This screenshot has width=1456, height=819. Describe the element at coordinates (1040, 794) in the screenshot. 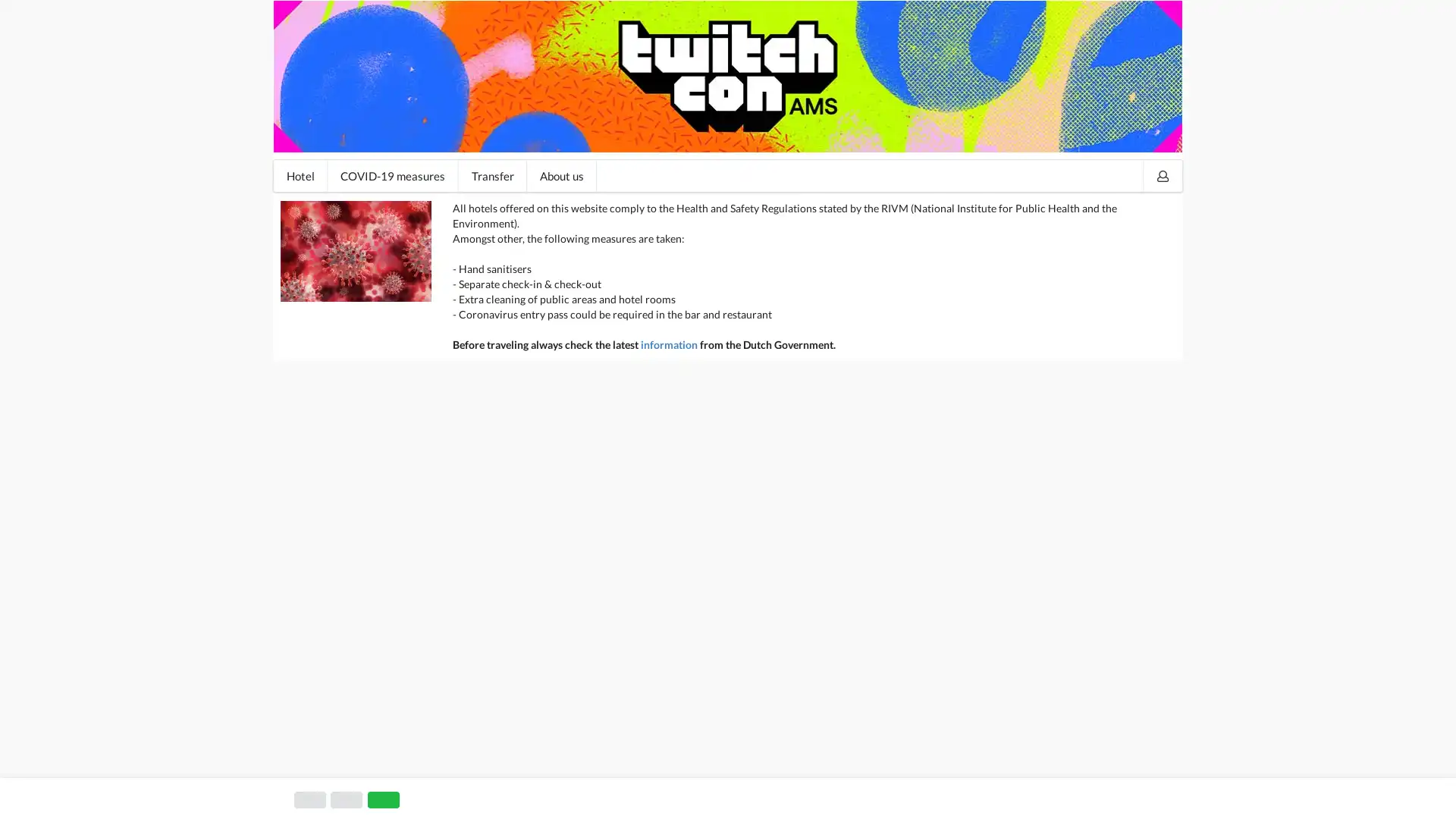

I see `Disable All` at that location.